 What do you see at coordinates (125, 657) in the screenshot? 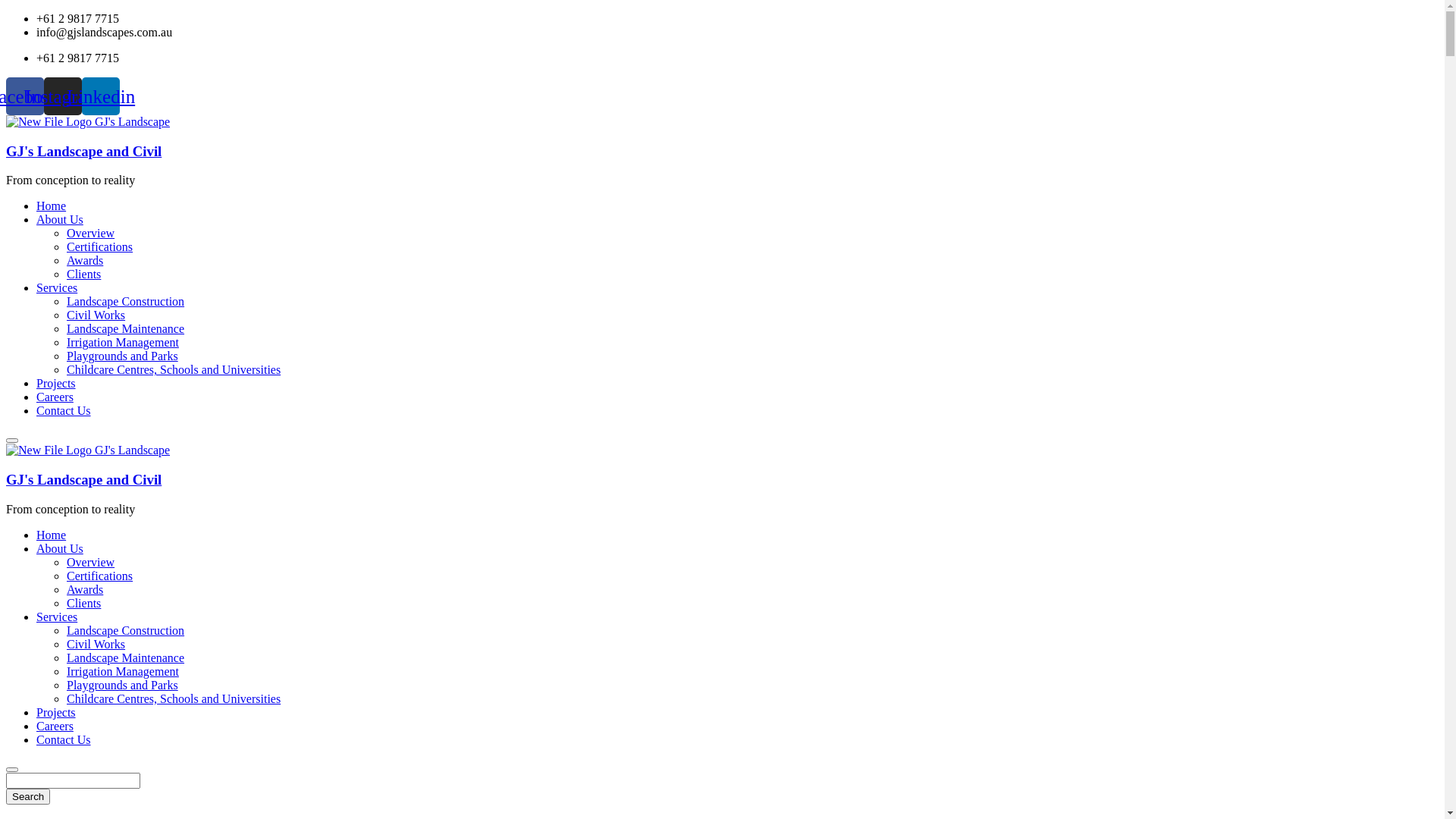
I see `'Landscape Maintenance'` at bounding box center [125, 657].